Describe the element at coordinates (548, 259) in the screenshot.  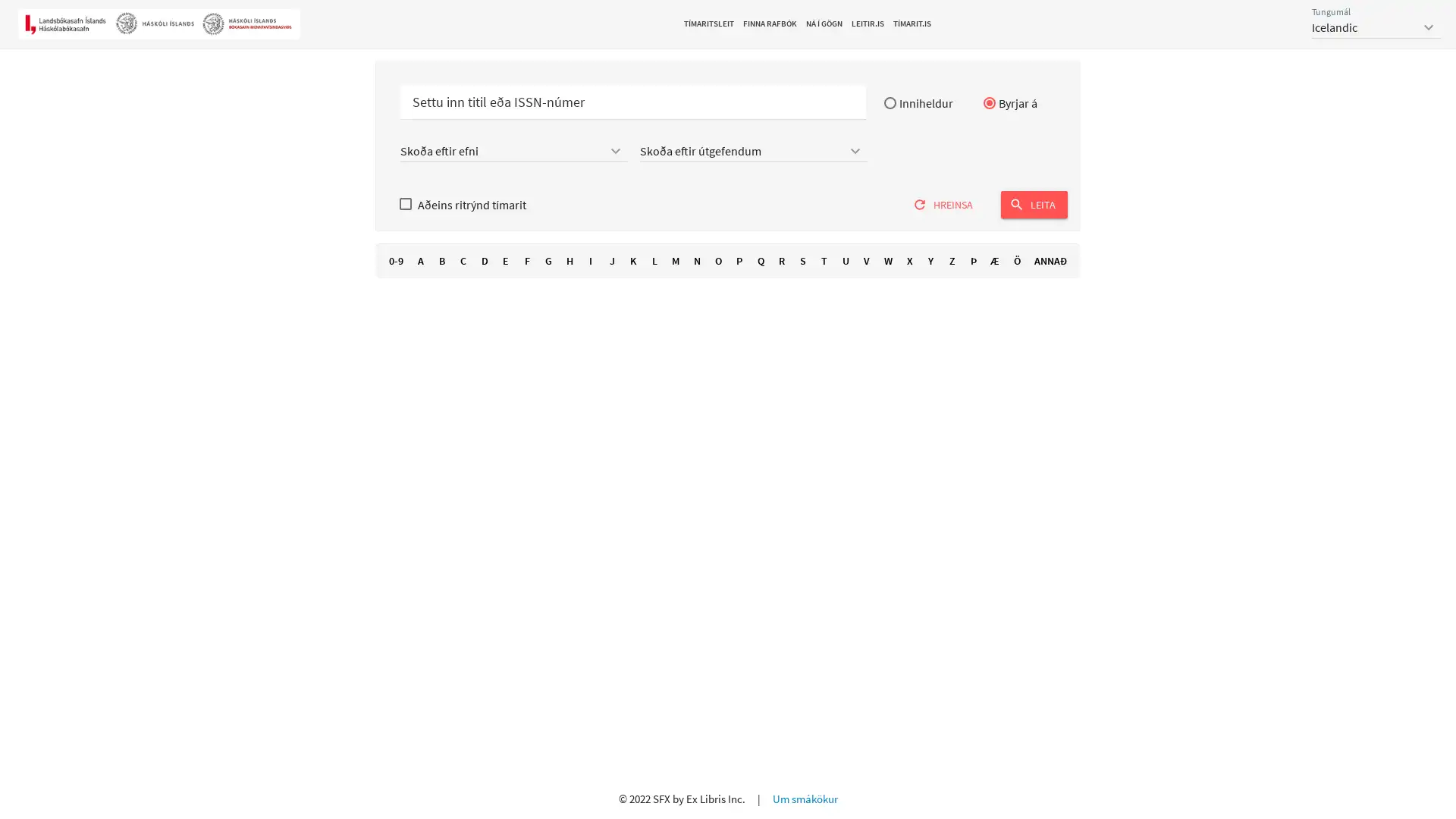
I see `G` at that location.